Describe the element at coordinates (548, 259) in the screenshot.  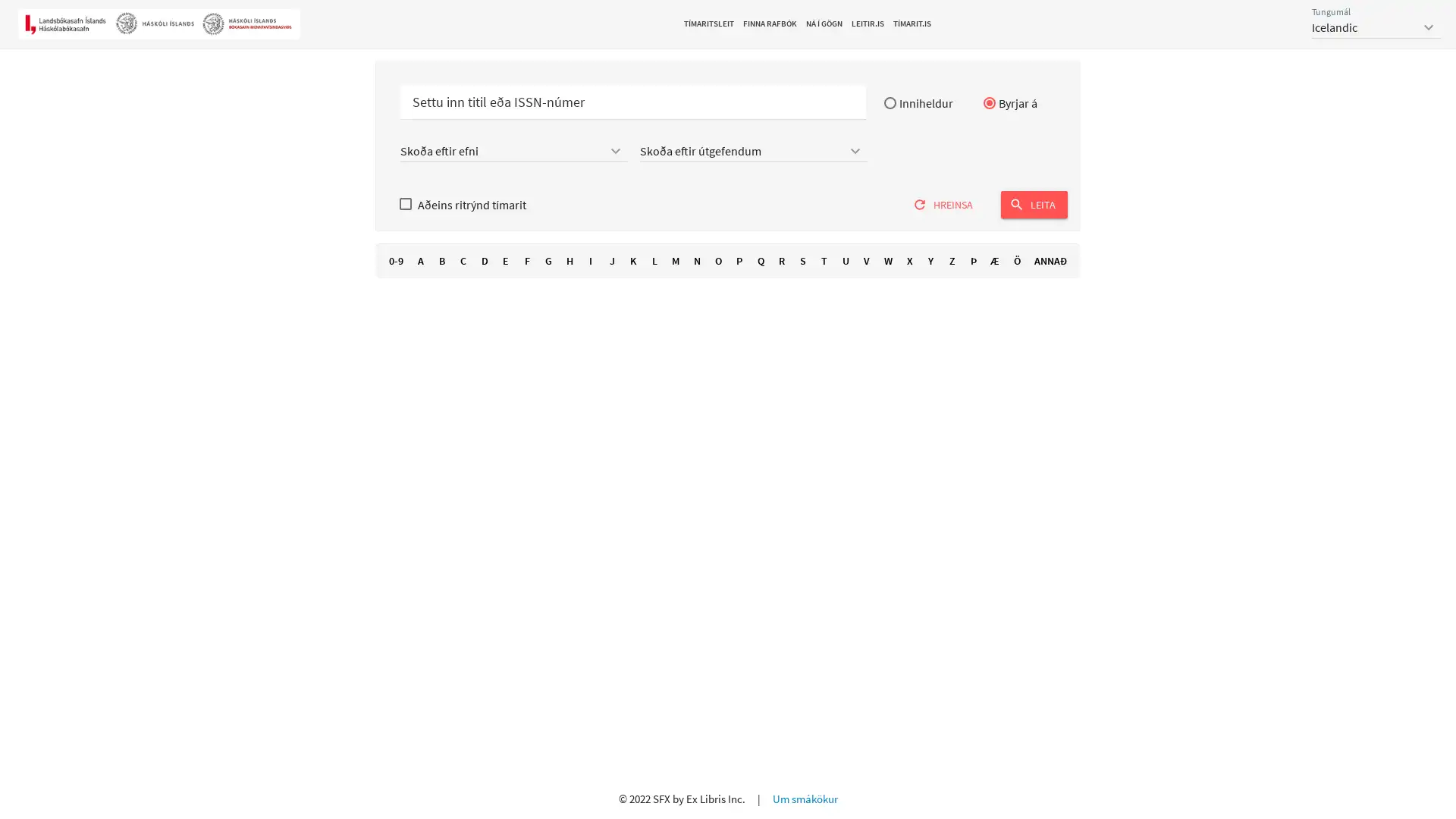
I see `G` at that location.